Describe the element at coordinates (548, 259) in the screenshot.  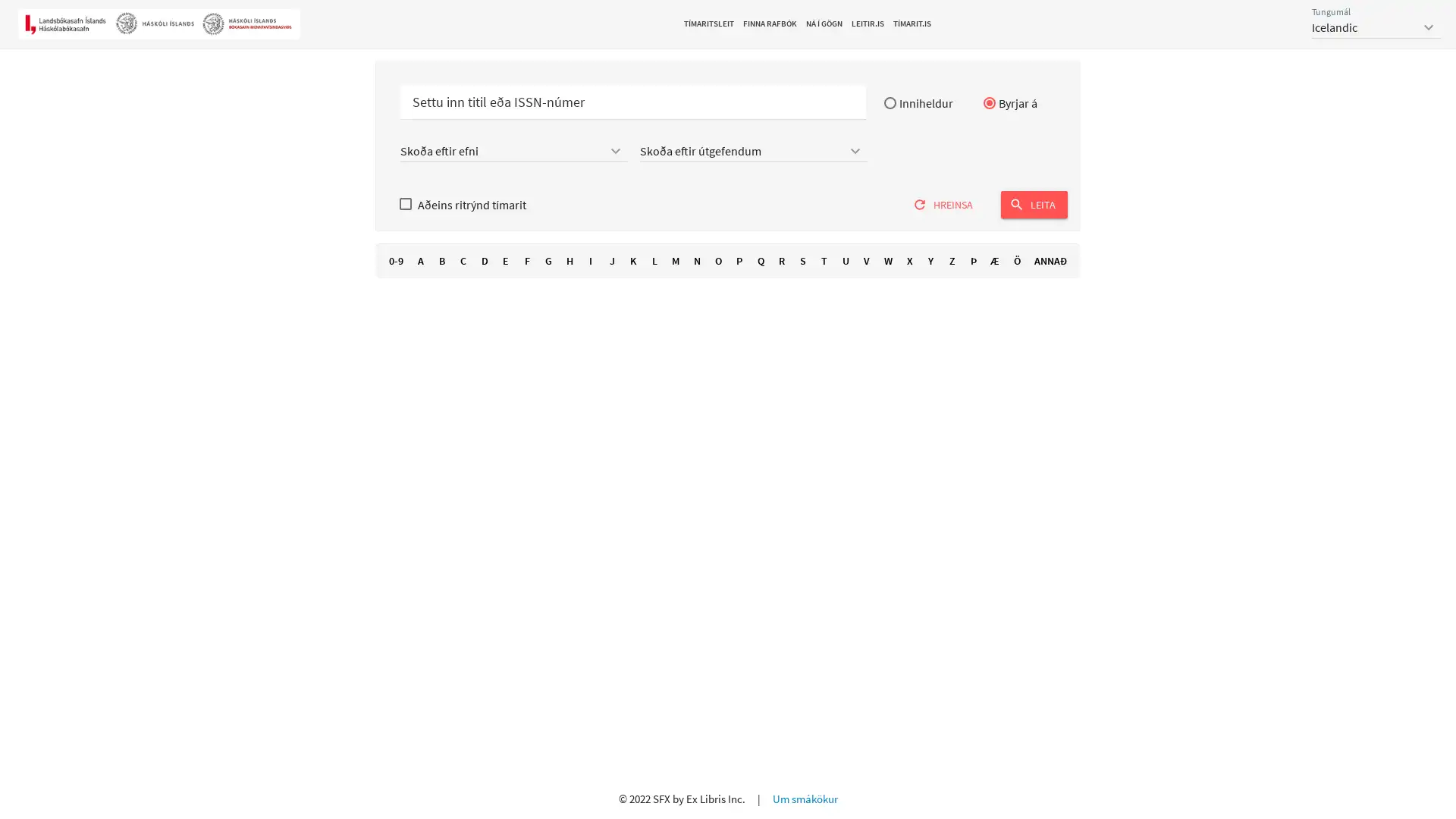
I see `G` at that location.